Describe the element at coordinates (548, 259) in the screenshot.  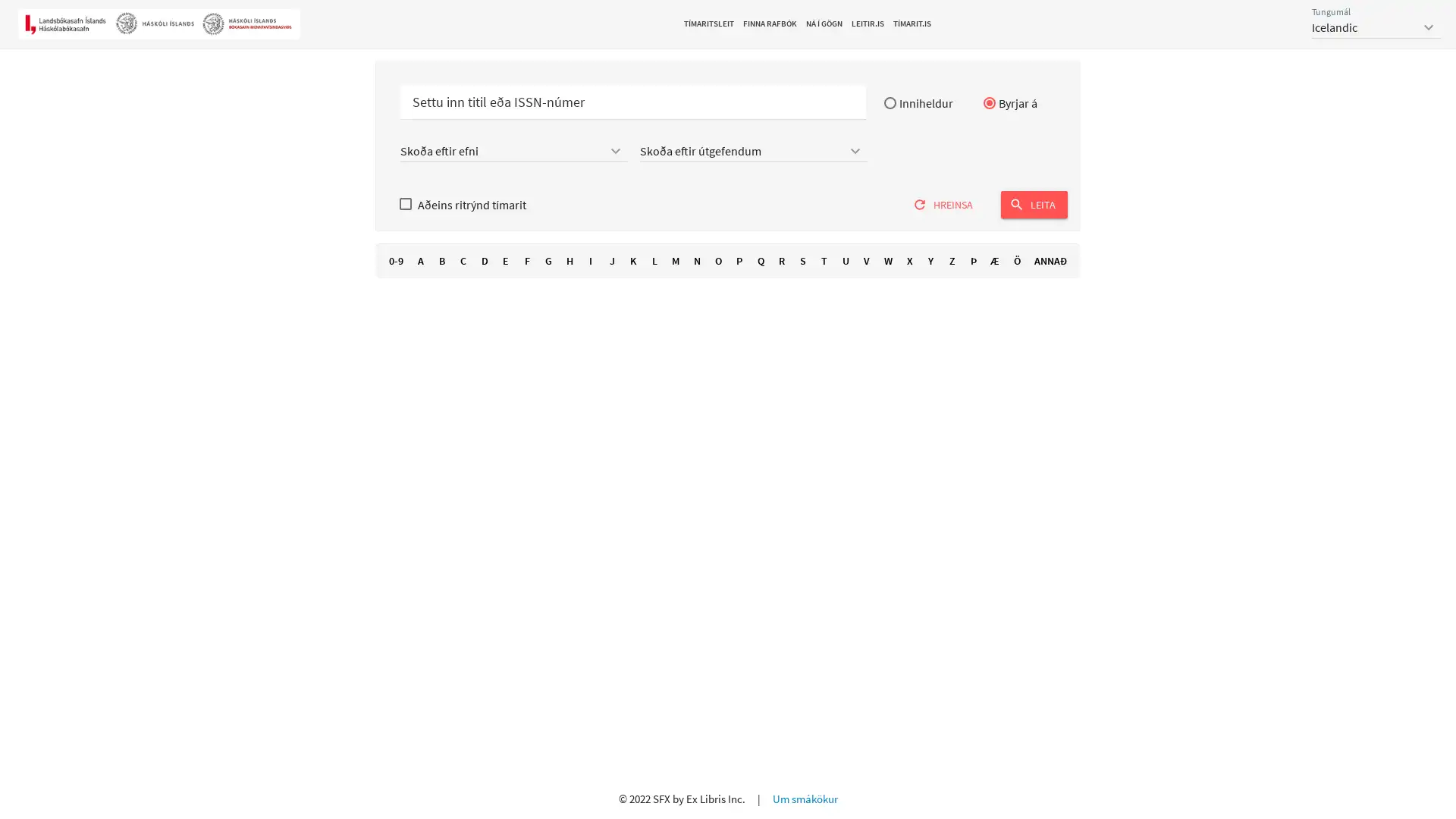
I see `G` at that location.